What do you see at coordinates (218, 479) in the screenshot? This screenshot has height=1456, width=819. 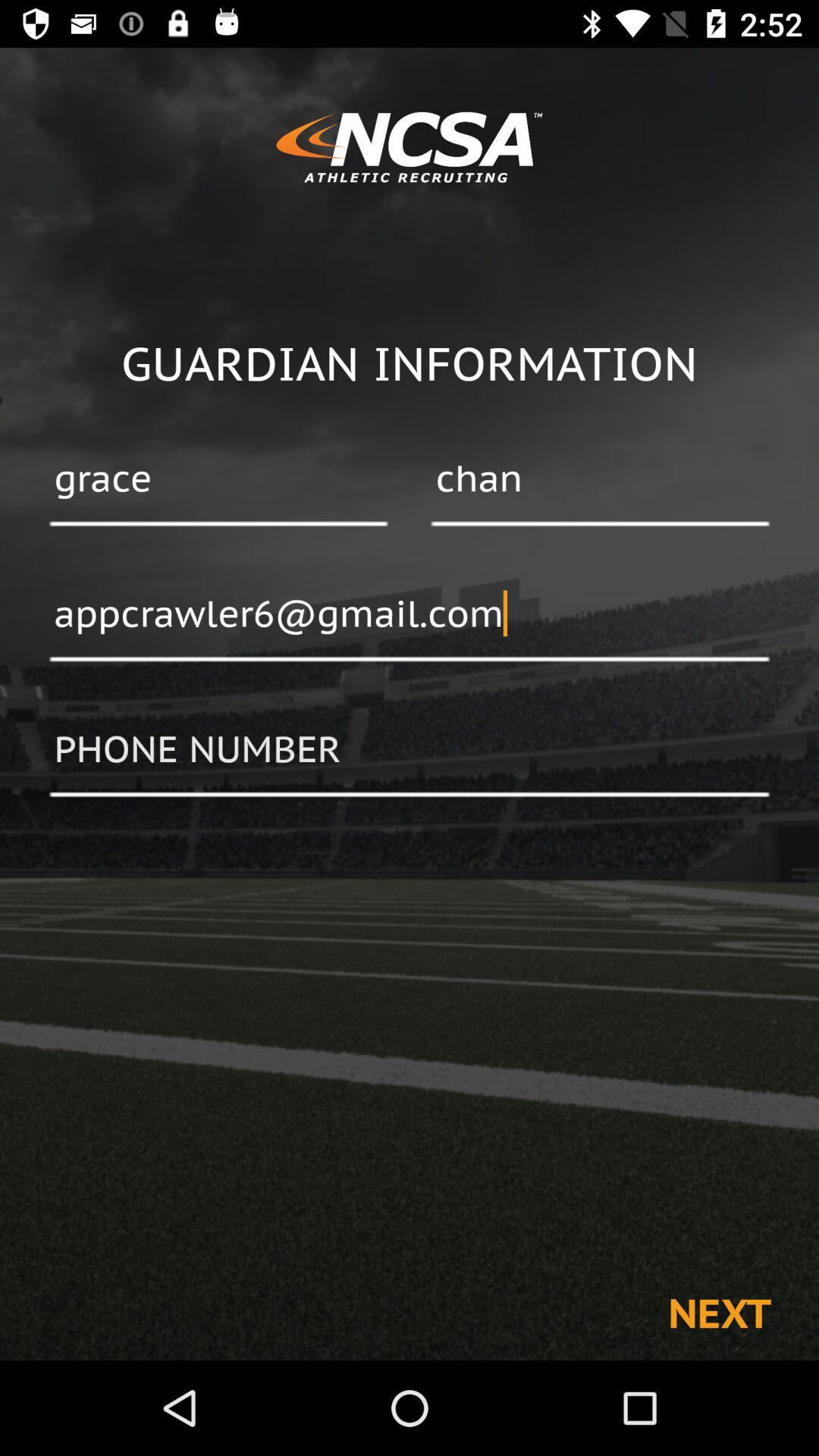 I see `grace item` at bounding box center [218, 479].